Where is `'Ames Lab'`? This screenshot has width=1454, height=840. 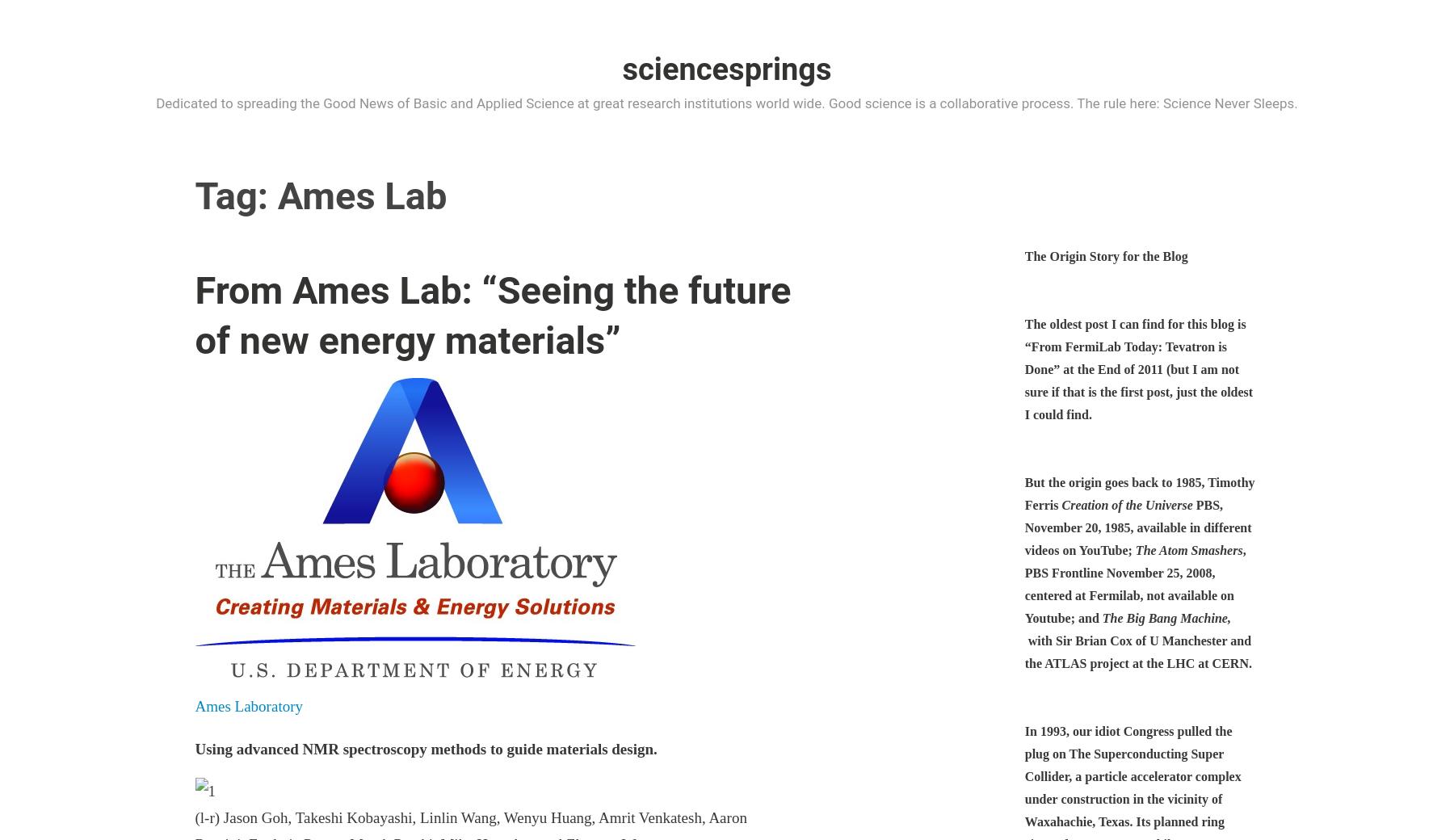
'Ames Lab' is located at coordinates (362, 195).